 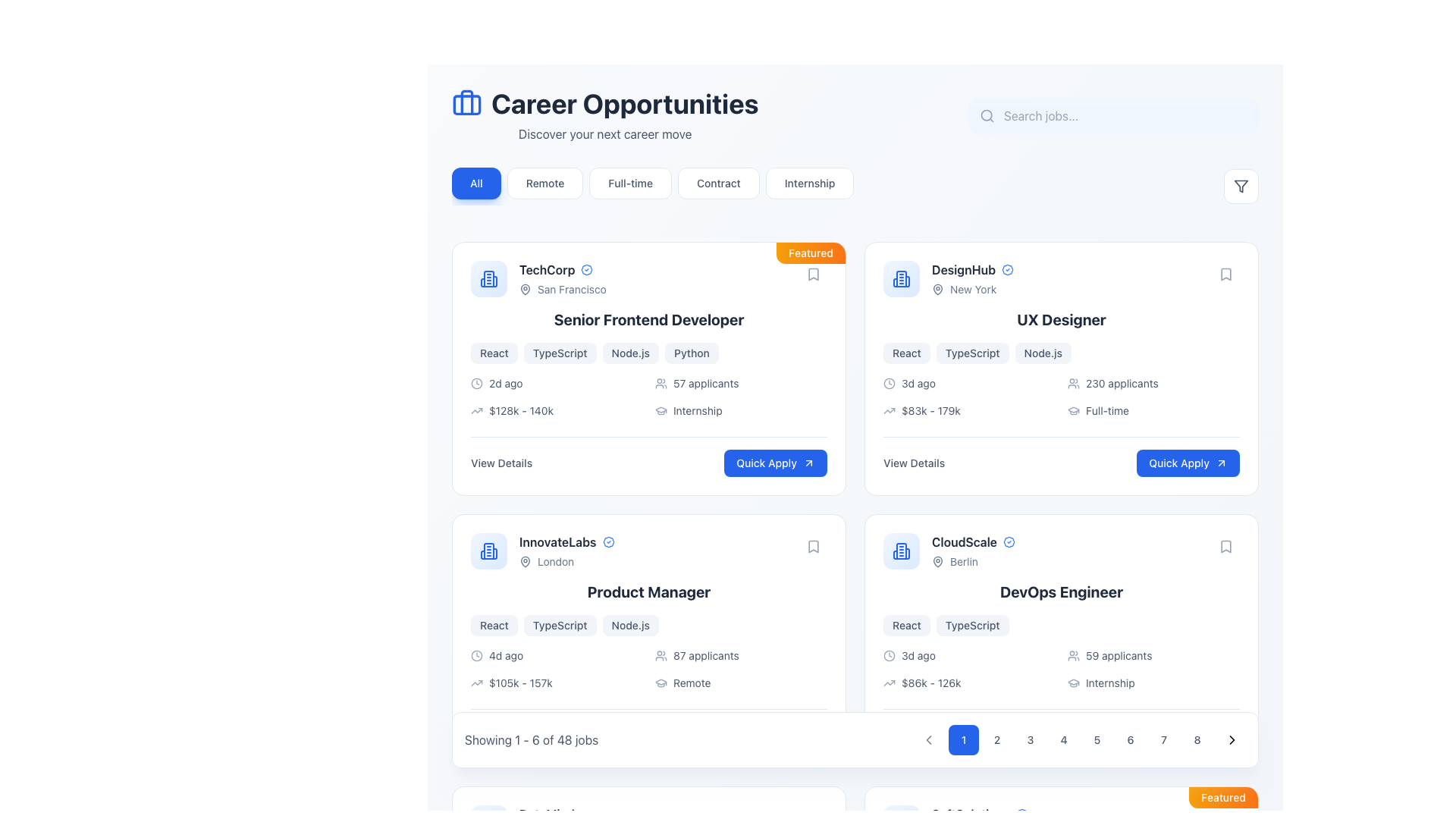 What do you see at coordinates (1197, 739) in the screenshot?
I see `the eighth circular button in the pagination bar located at the bottom-right corner` at bounding box center [1197, 739].